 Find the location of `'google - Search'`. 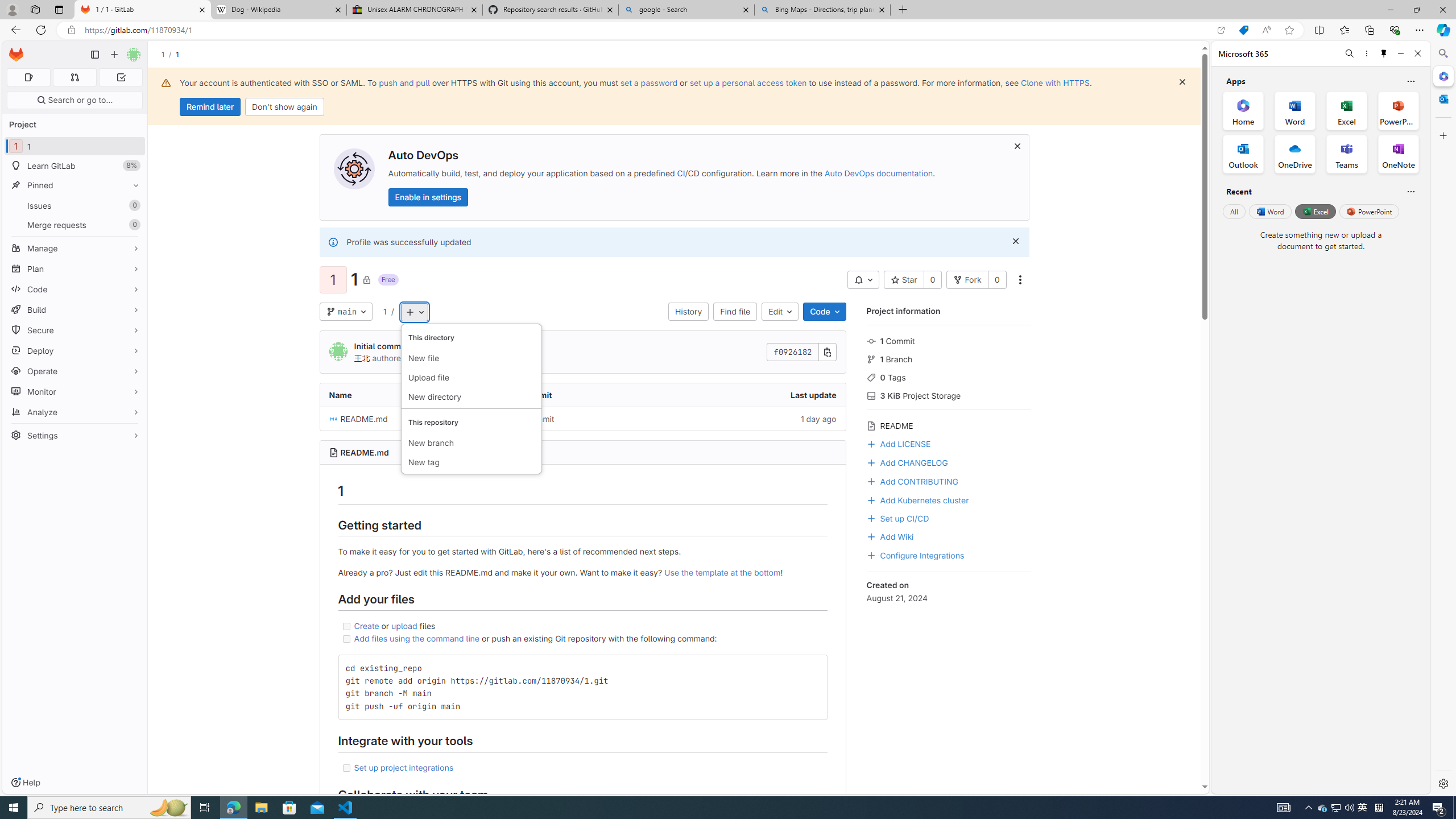

'google - Search' is located at coordinates (685, 9).